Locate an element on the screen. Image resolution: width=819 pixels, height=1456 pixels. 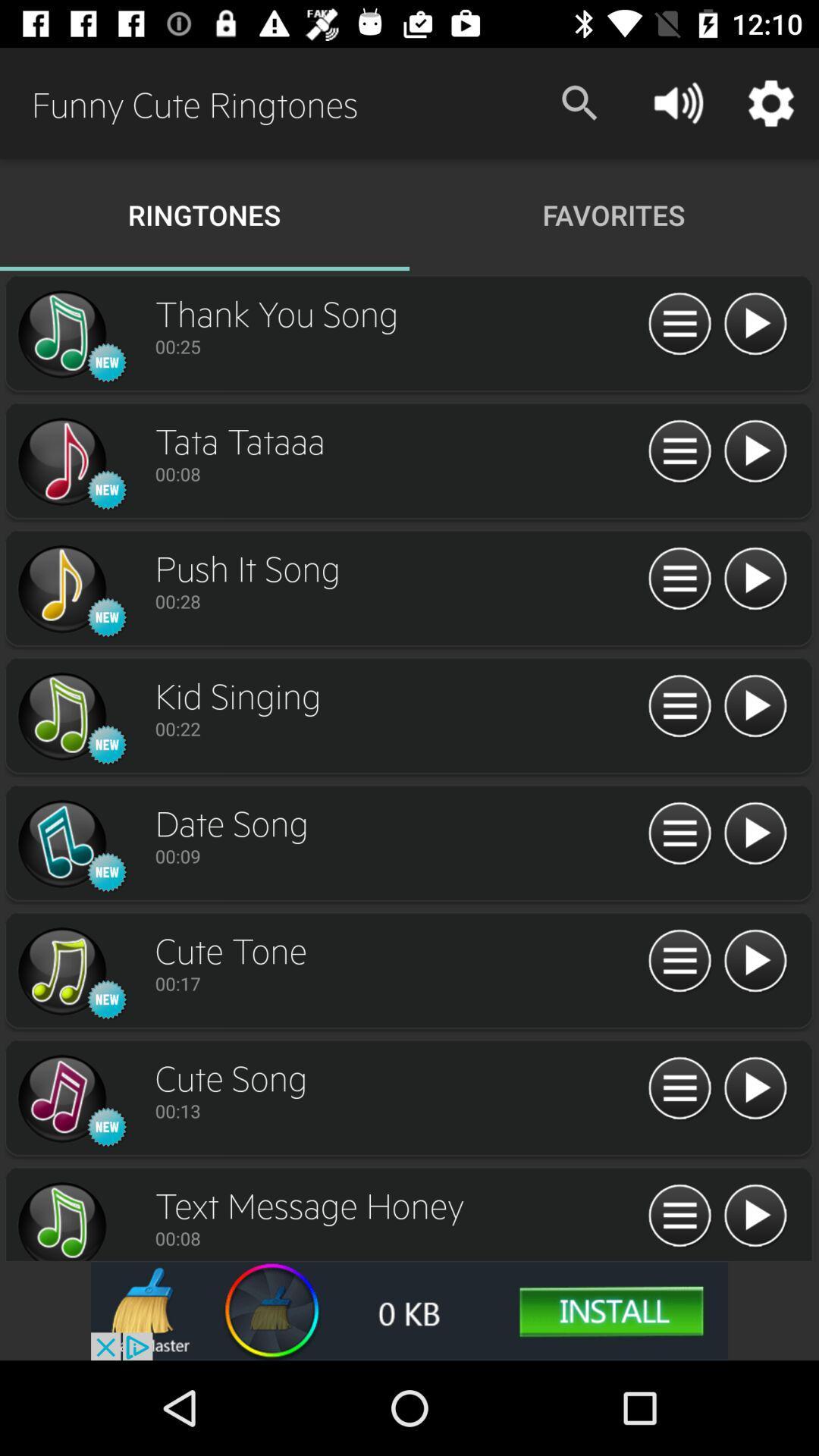
open advertisement is located at coordinates (409, 1310).